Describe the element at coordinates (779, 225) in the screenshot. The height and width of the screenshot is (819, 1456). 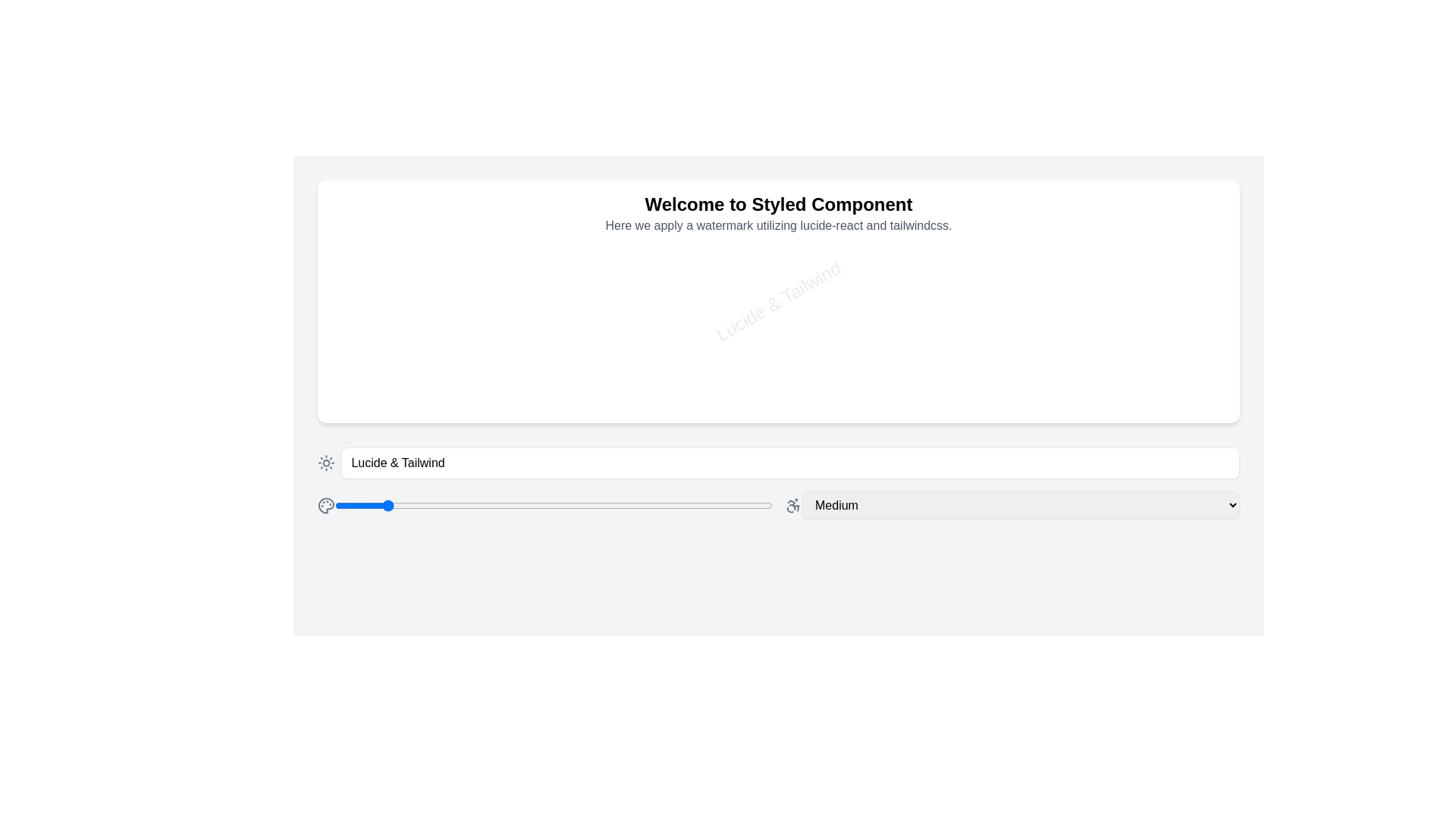
I see `the static text element that reads 'Here we apply a watermark utilizing lucide-react and tailwindcss.' which is styled in gray and positioned beneath the header 'Welcome to Styled Component.'` at that location.